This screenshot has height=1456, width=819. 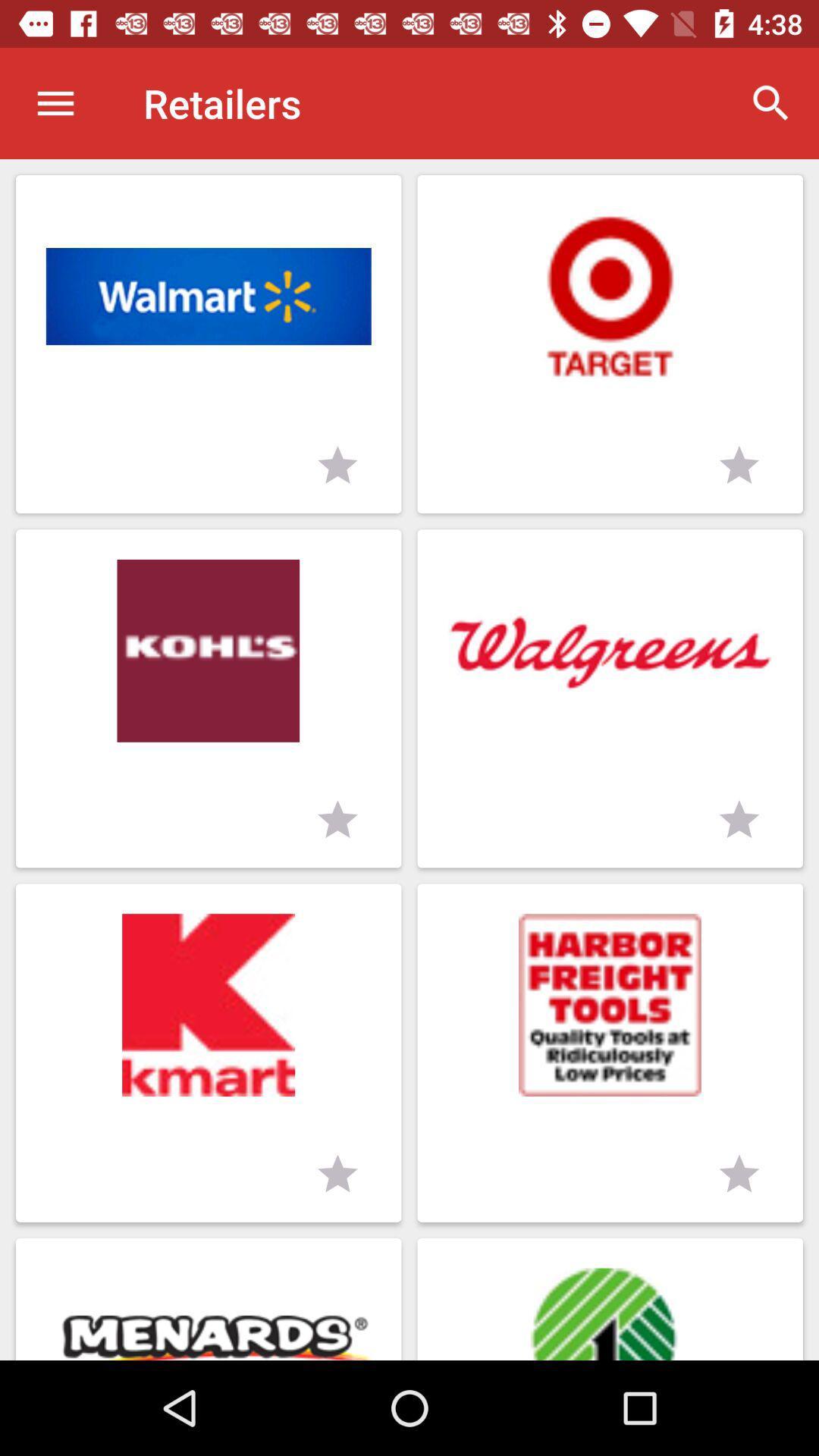 What do you see at coordinates (209, 1298) in the screenshot?
I see `the option which is below kmart` at bounding box center [209, 1298].